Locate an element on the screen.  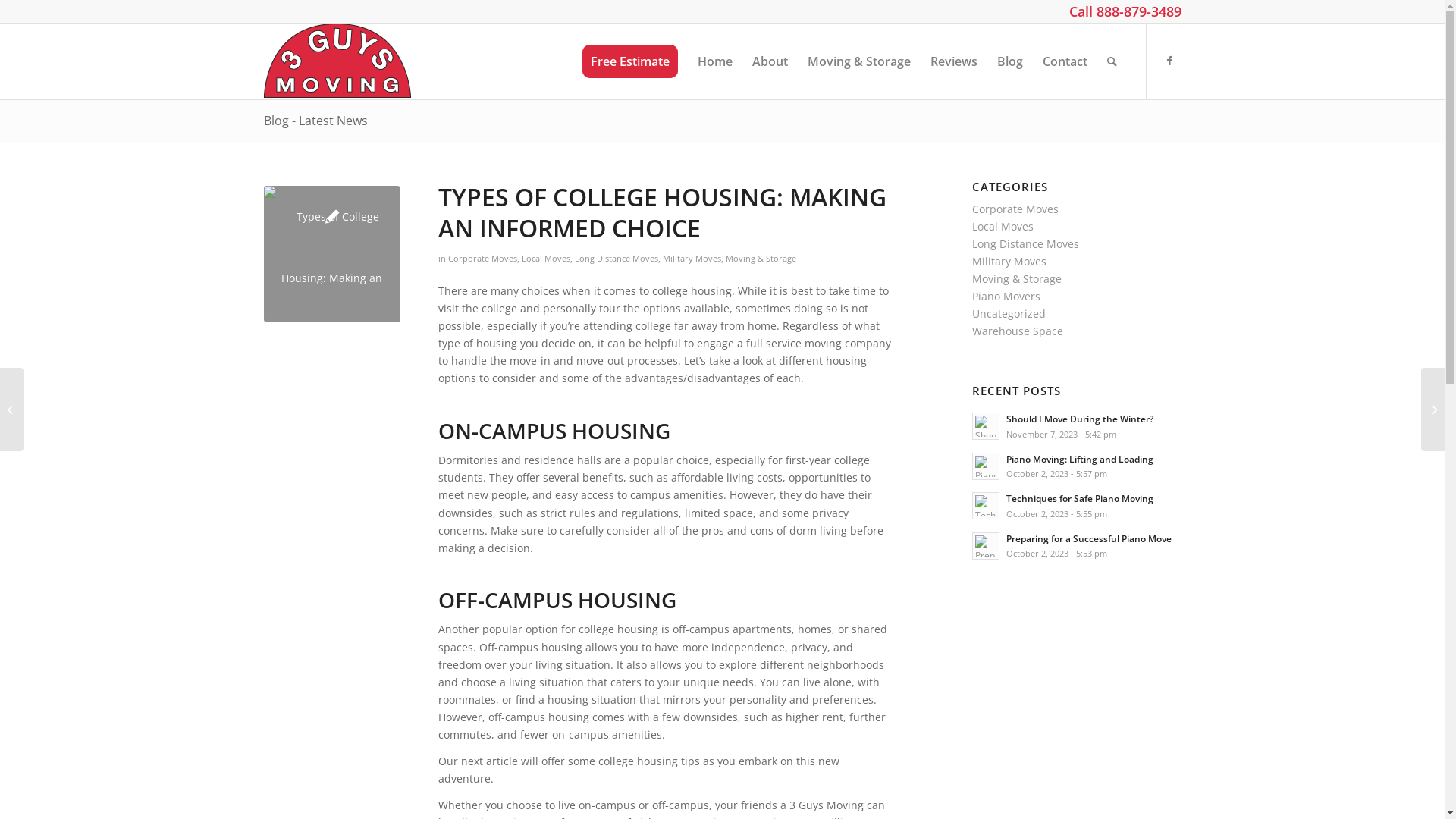
'Preparing for a Successful Piano Move 5' is located at coordinates (986, 546).